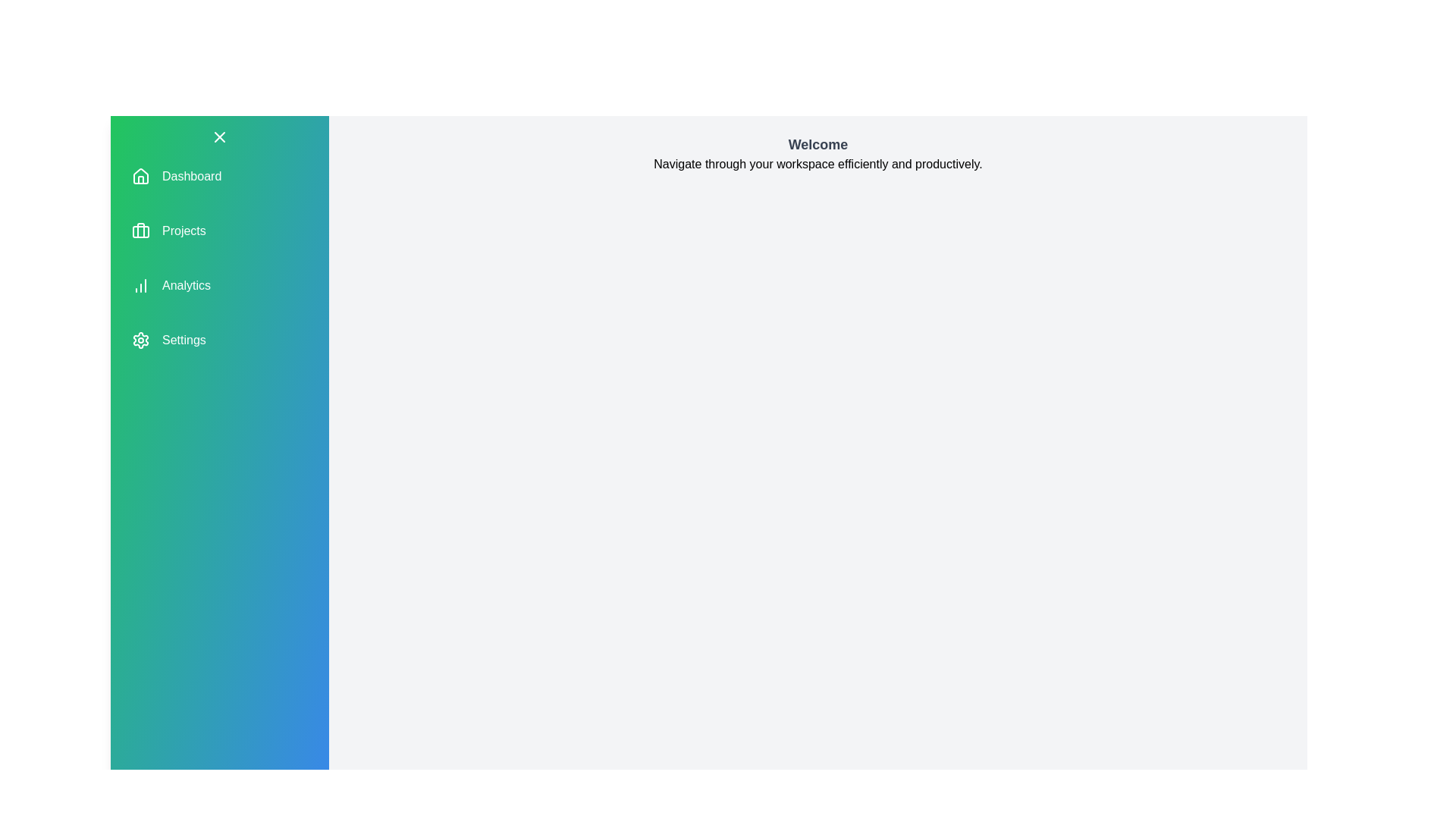  Describe the element at coordinates (185, 286) in the screenshot. I see `the navigation item corresponding to Analytics` at that location.